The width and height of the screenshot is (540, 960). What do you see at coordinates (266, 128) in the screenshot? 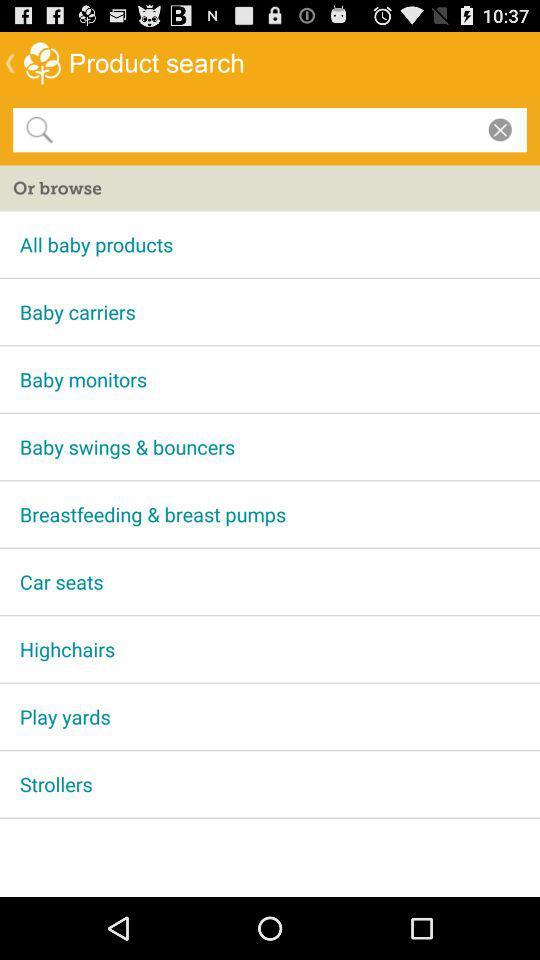
I see `search bar` at bounding box center [266, 128].